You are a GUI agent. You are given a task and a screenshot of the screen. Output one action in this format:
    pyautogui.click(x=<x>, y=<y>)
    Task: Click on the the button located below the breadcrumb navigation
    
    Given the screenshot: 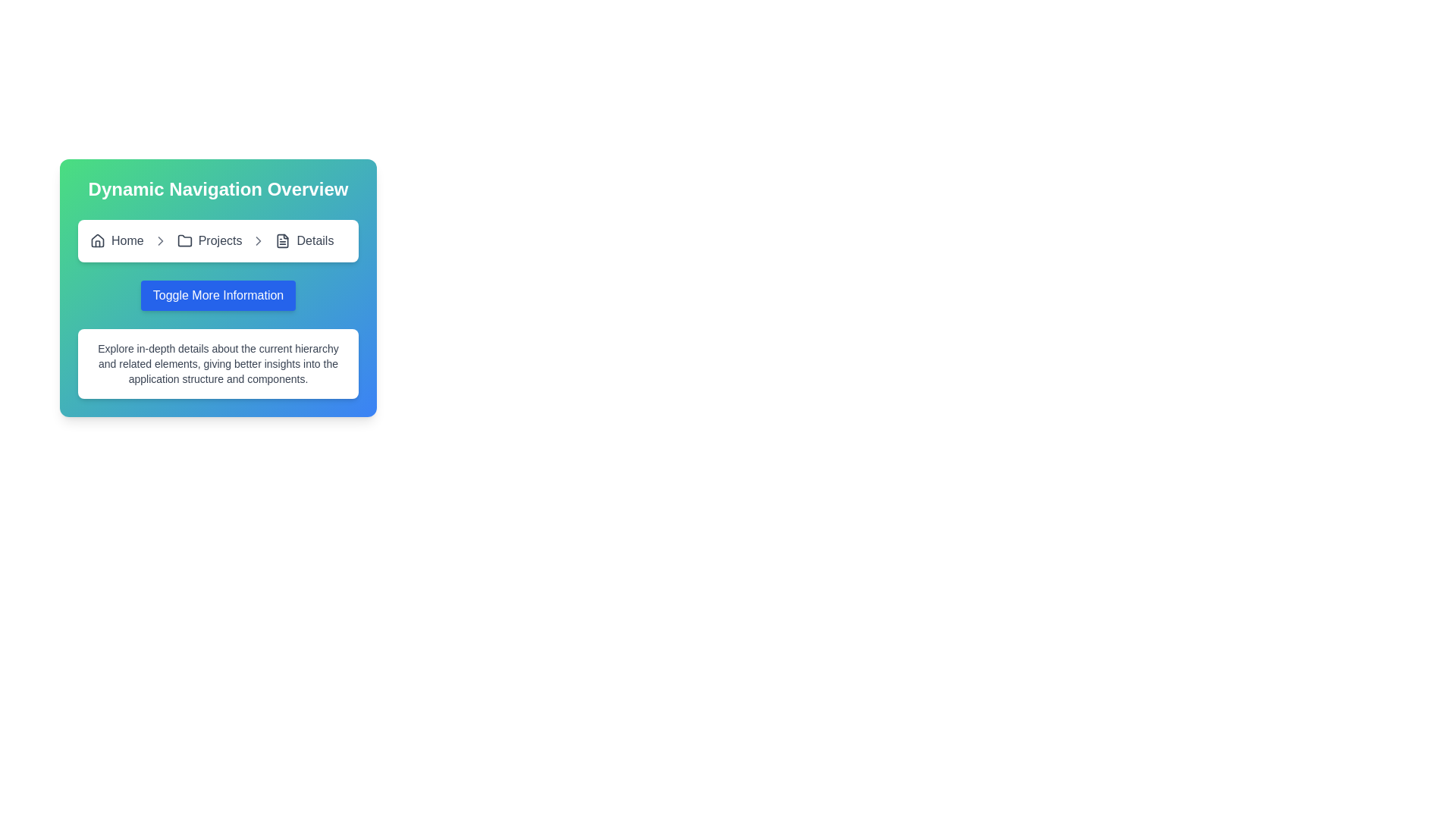 What is the action you would take?
    pyautogui.click(x=218, y=295)
    